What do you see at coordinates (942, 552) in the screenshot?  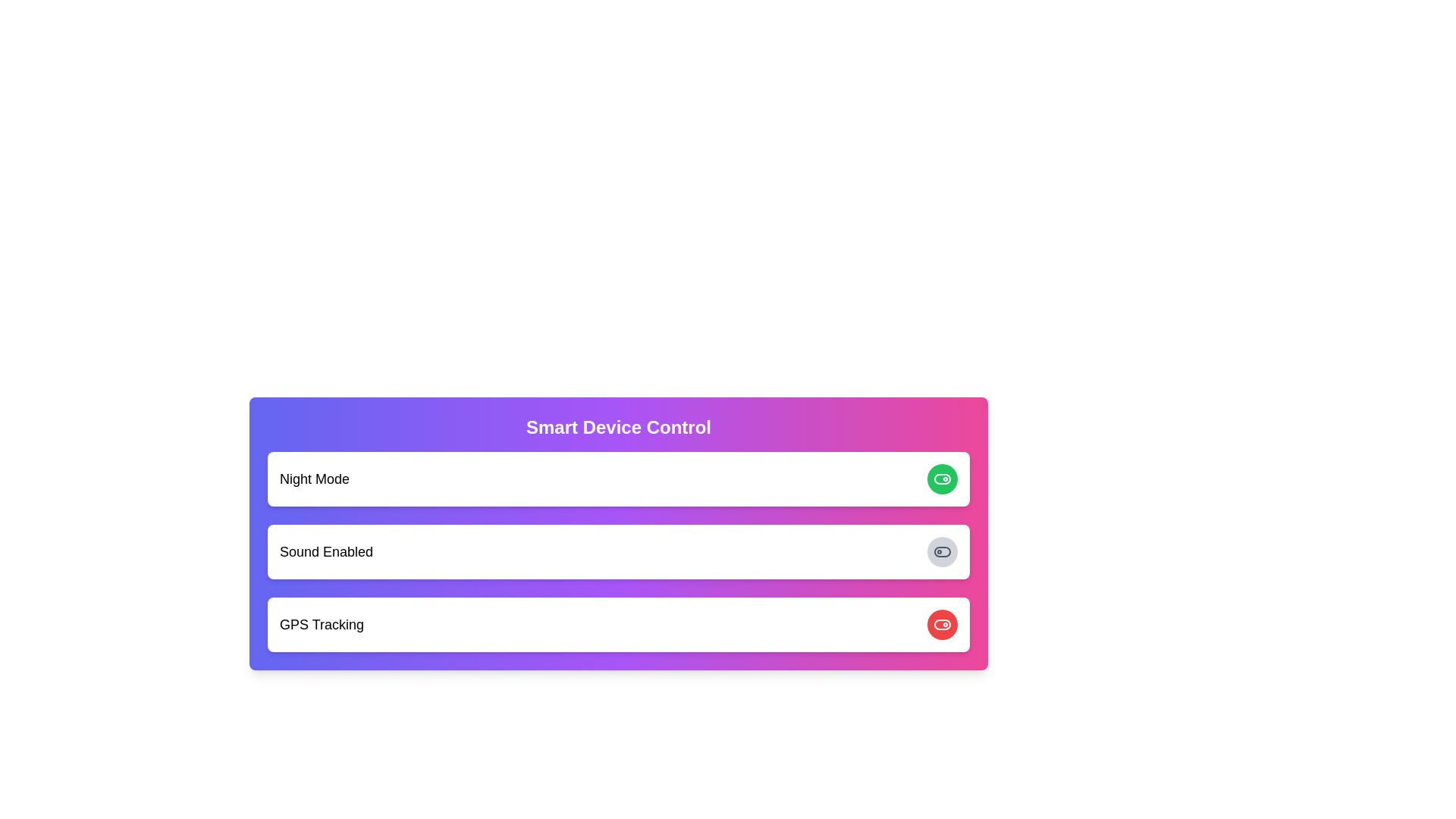 I see `the toggle switch for the 'Sound Enabled' feature located in the second item of the list` at bounding box center [942, 552].